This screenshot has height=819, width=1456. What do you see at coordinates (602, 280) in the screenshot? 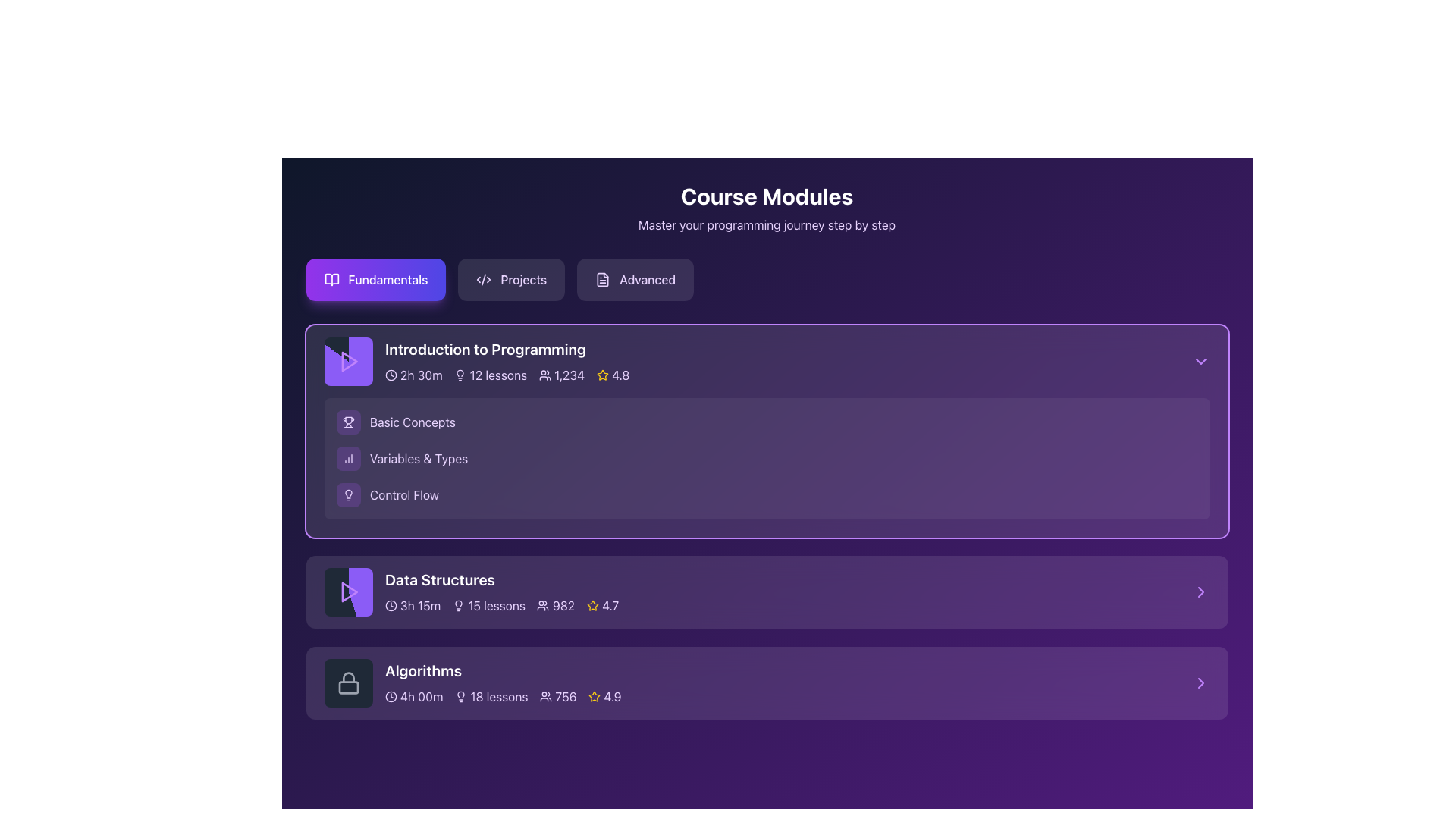
I see `the 'Advanced' icon located in the navigation bar, which is the third icon in a sequence of three icons` at bounding box center [602, 280].